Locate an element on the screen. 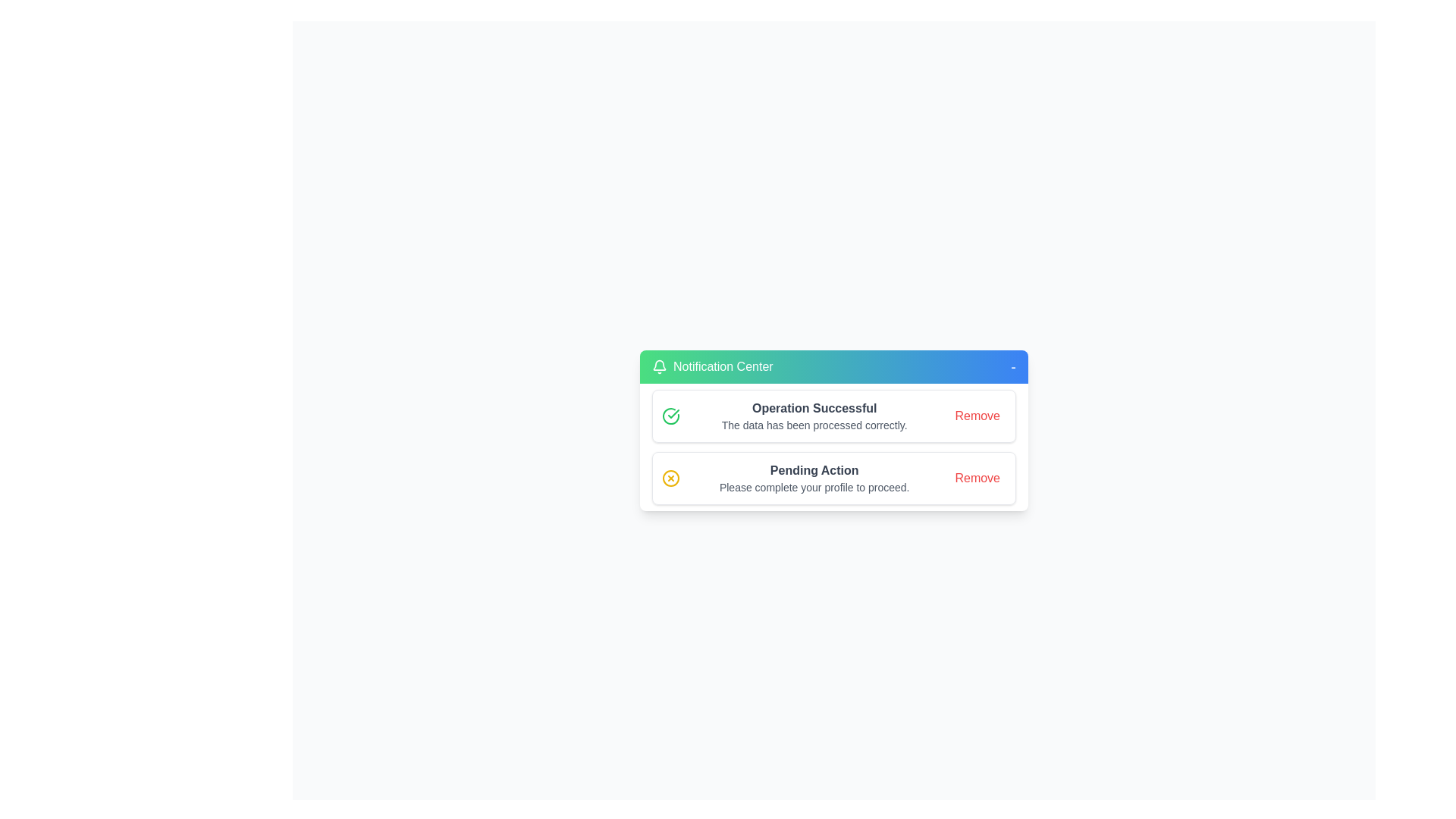  the 'Remove' text button in red color located at the bottom right of the 'Pending Action' notification card is located at coordinates (977, 479).